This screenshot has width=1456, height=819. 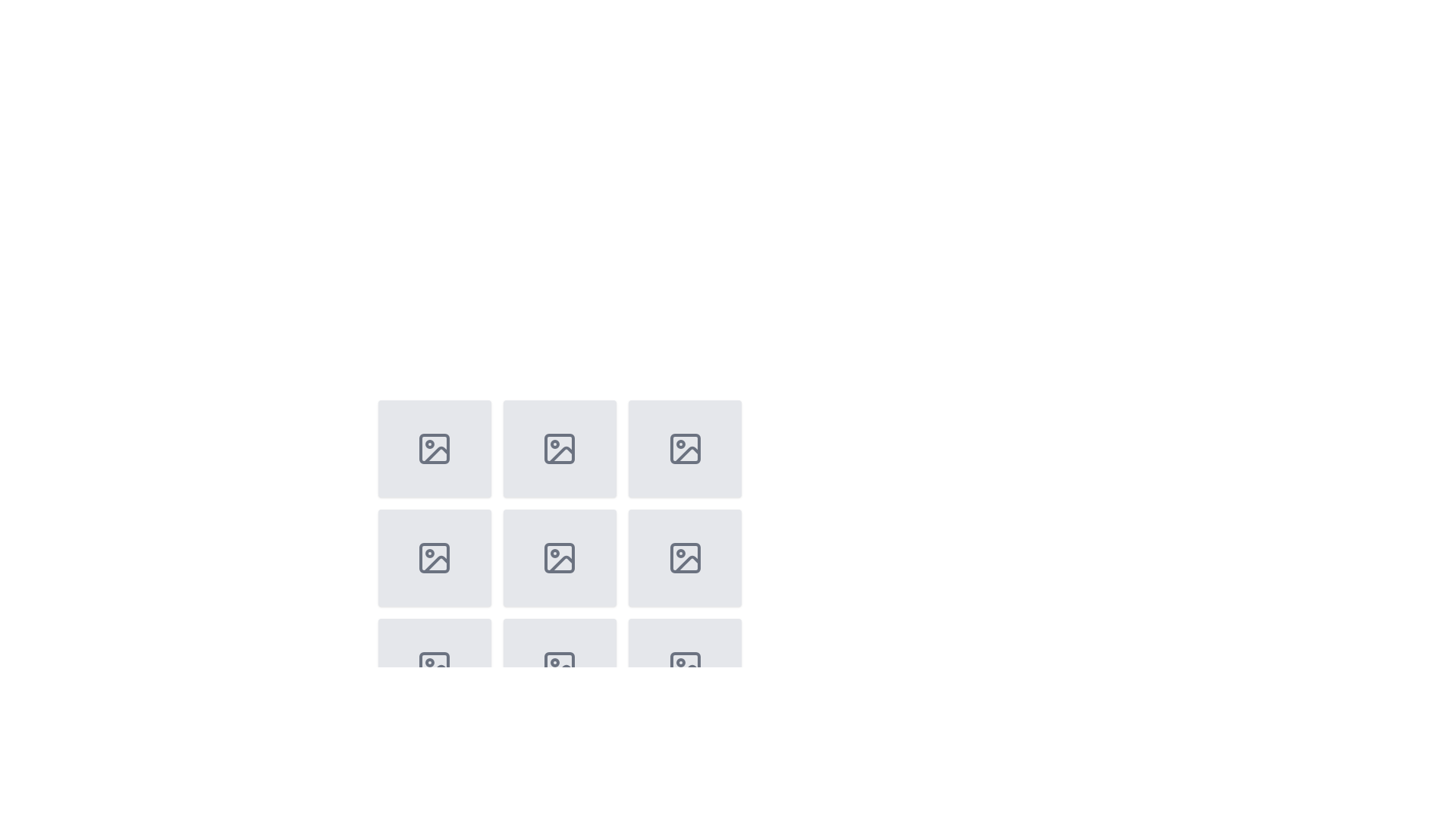 What do you see at coordinates (434, 447) in the screenshot?
I see `the graphical representation of a rectangle within the SVG icon, which is positioned in the top-left cell of a 3x3 grid layout` at bounding box center [434, 447].